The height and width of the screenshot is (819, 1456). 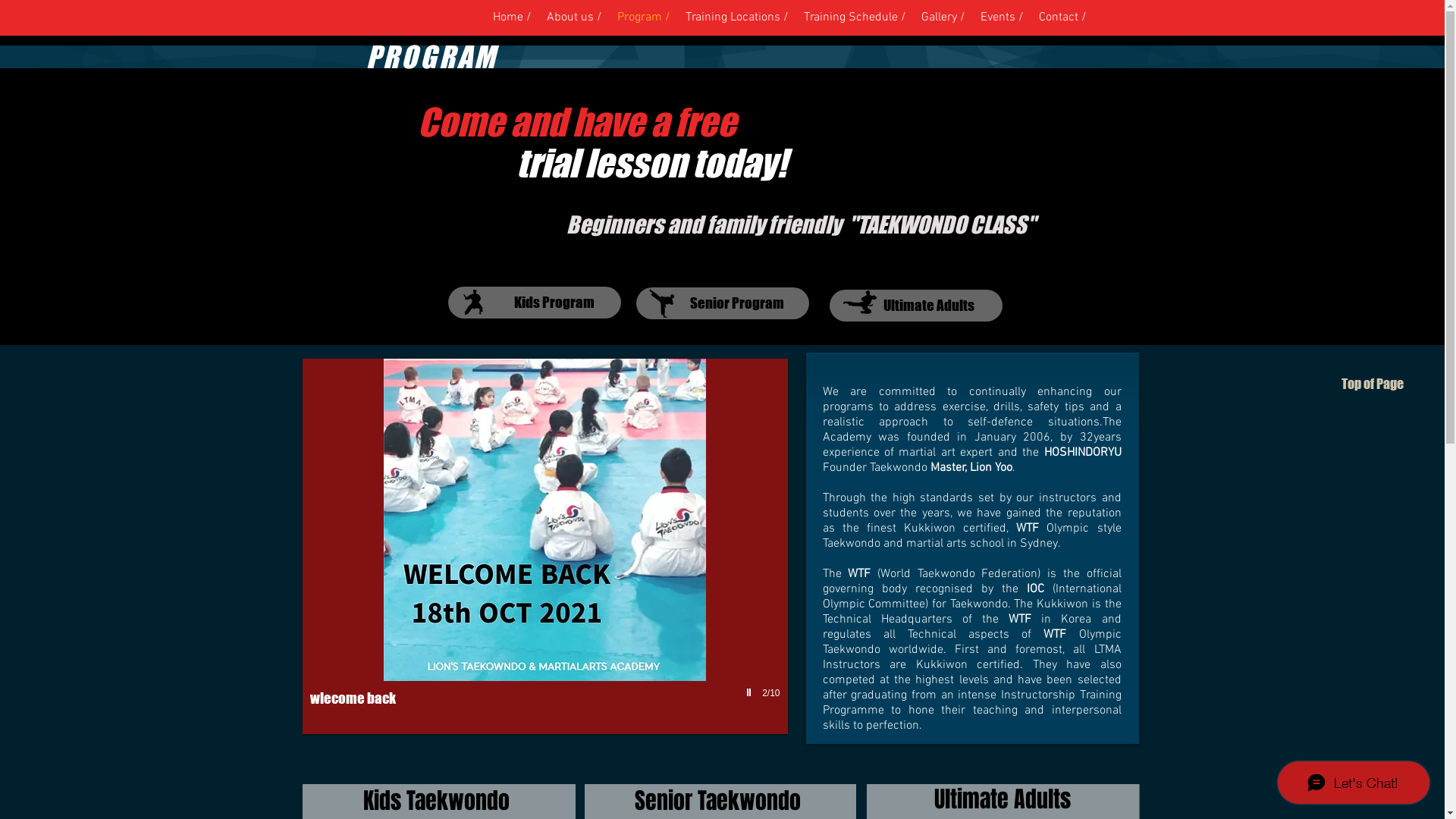 I want to click on 'Kids Program', so click(x=447, y=302).